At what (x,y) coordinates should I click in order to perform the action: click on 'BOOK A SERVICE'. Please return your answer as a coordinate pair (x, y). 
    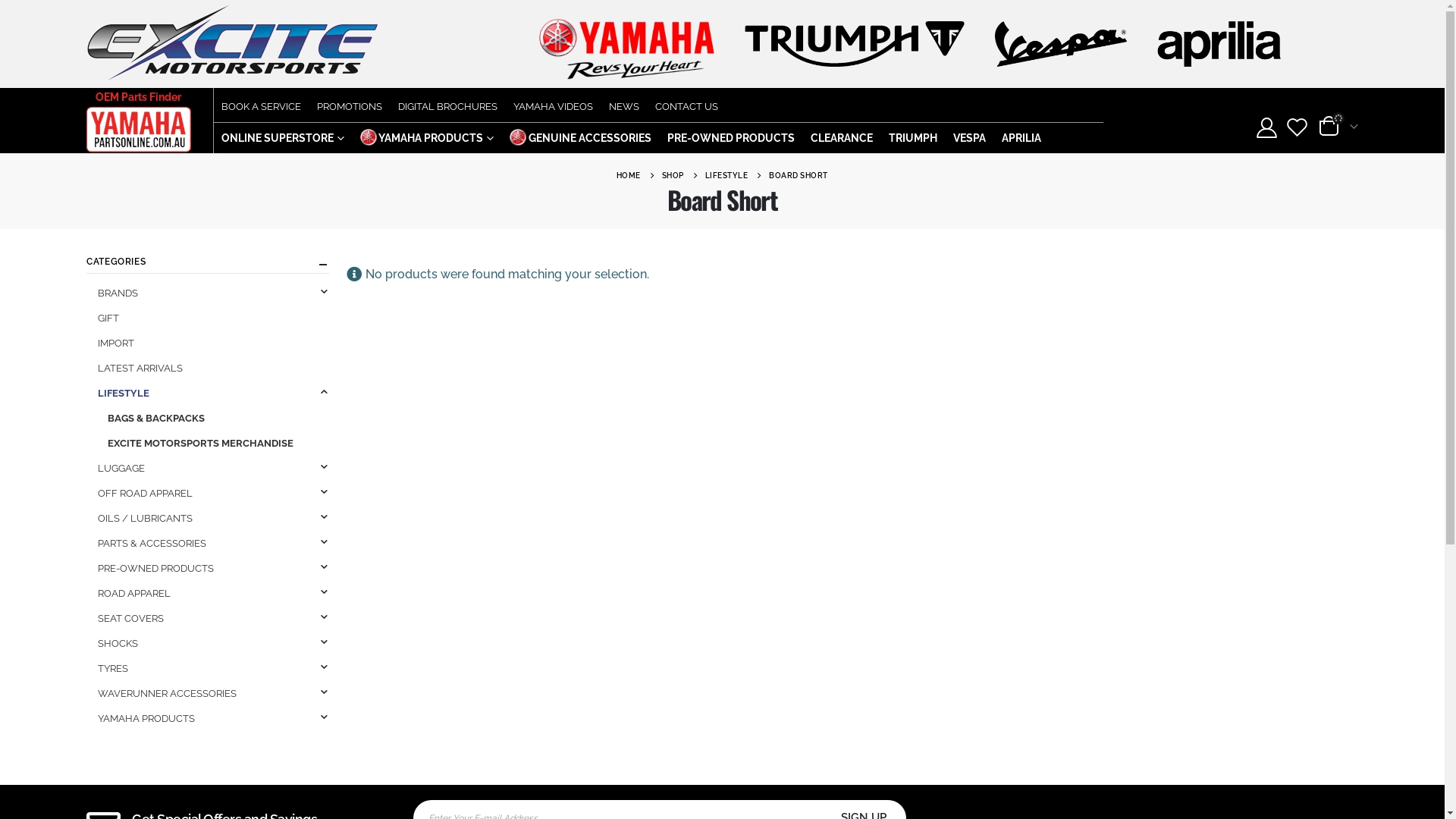
    Looking at the image, I should click on (261, 104).